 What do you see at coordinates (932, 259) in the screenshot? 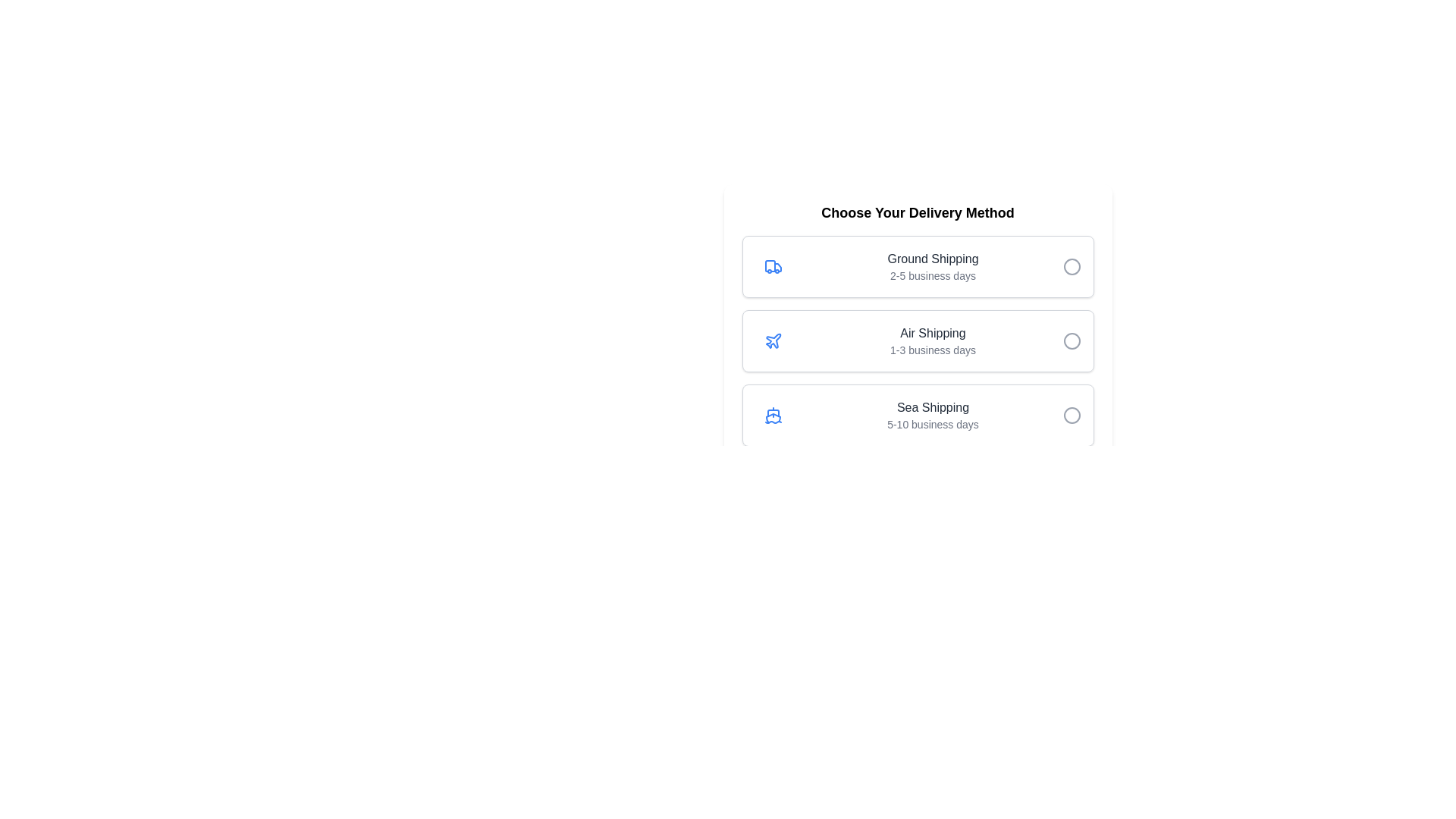
I see `the text label displaying 'Ground Shipping' which is styled with medium-weight font in dark gray color, located in the delivery methods list` at bounding box center [932, 259].